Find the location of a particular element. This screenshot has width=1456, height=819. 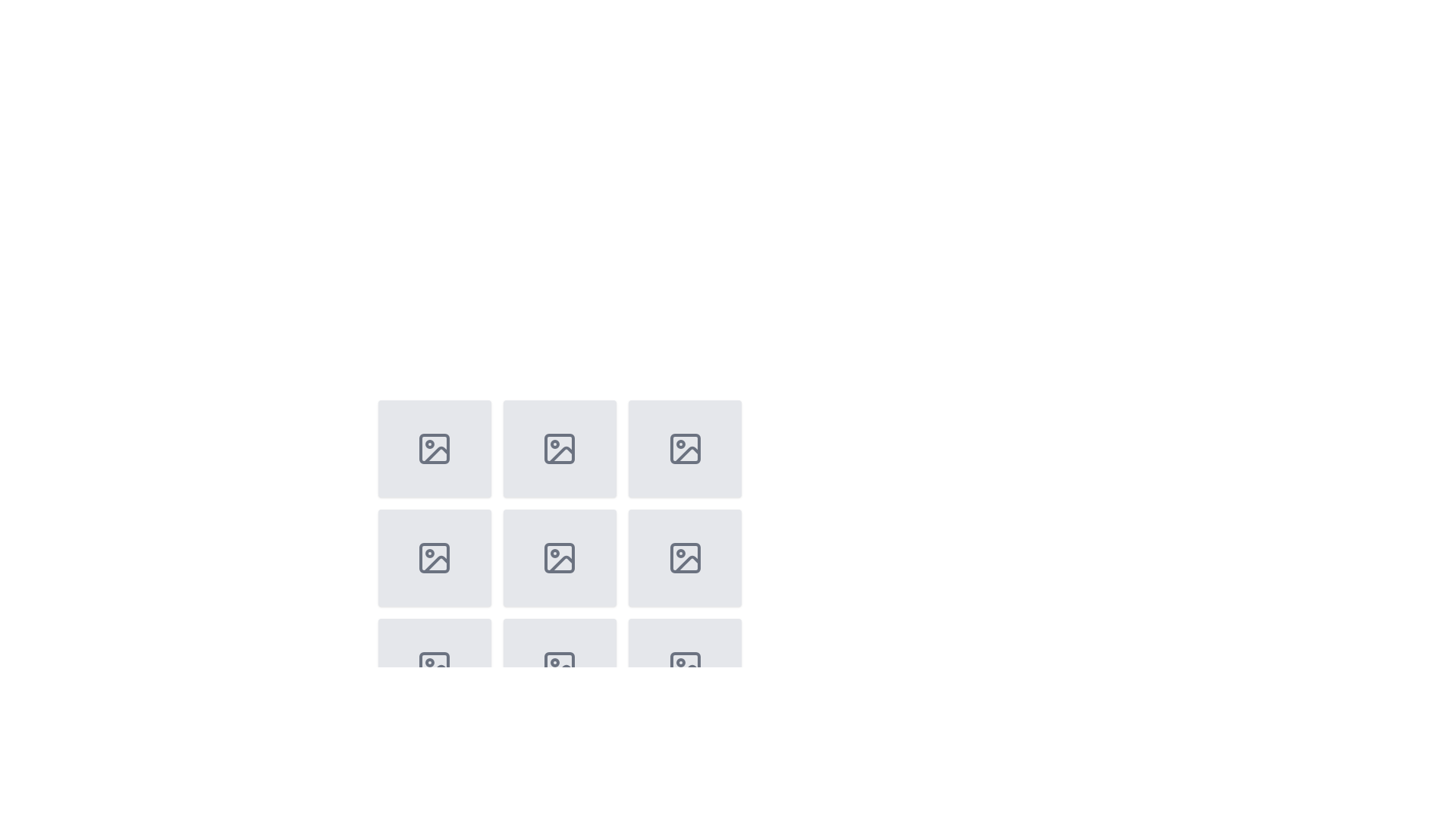

the gray icon shaped like an image placeholder located at the bottom-right corner of a 3x3 grid of similar icons is located at coordinates (684, 666).